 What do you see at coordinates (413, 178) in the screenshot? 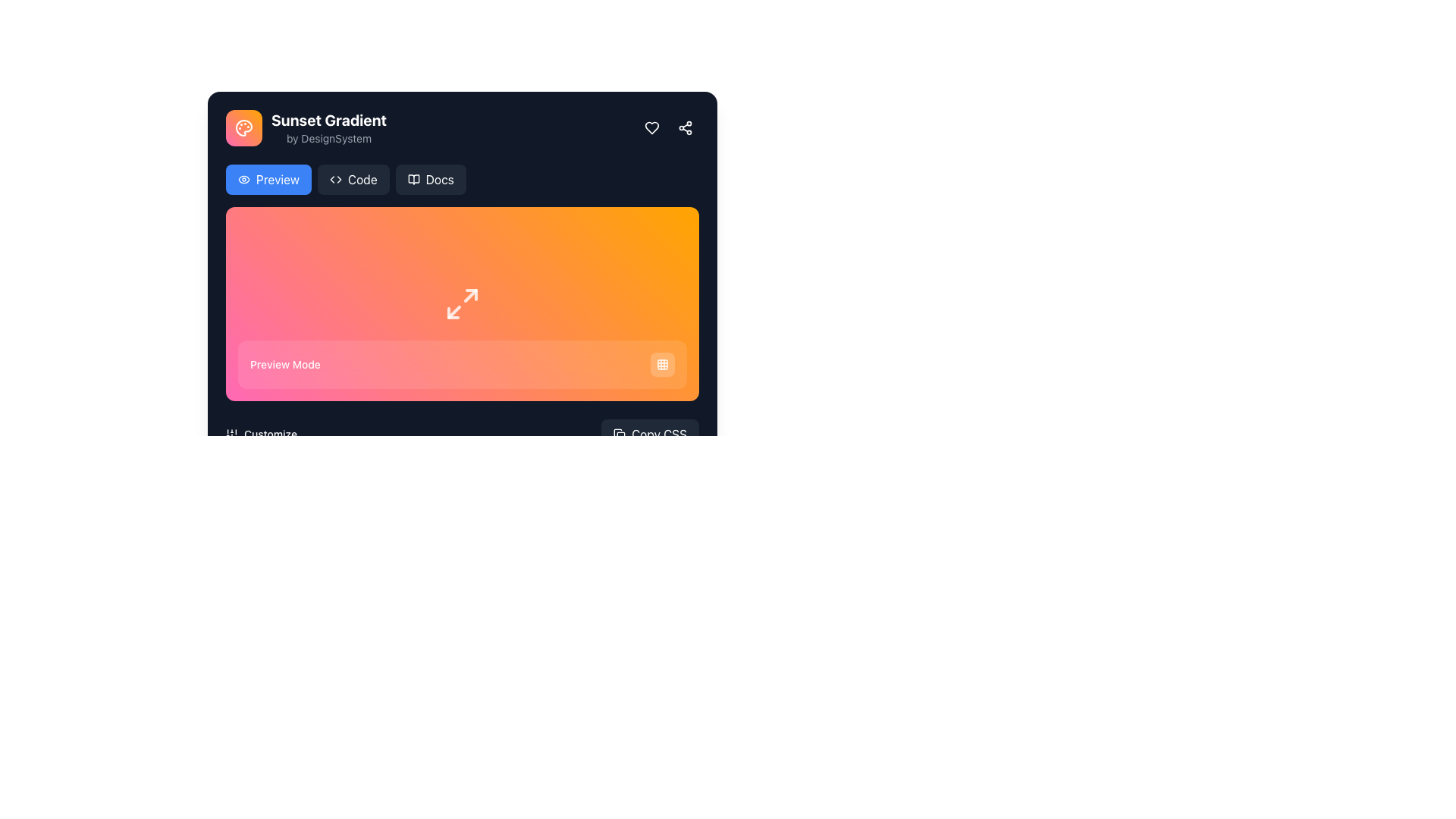
I see `the documentation icon located within the 'Docs' button, which is positioned to the left of the 'Docs' text label` at bounding box center [413, 178].